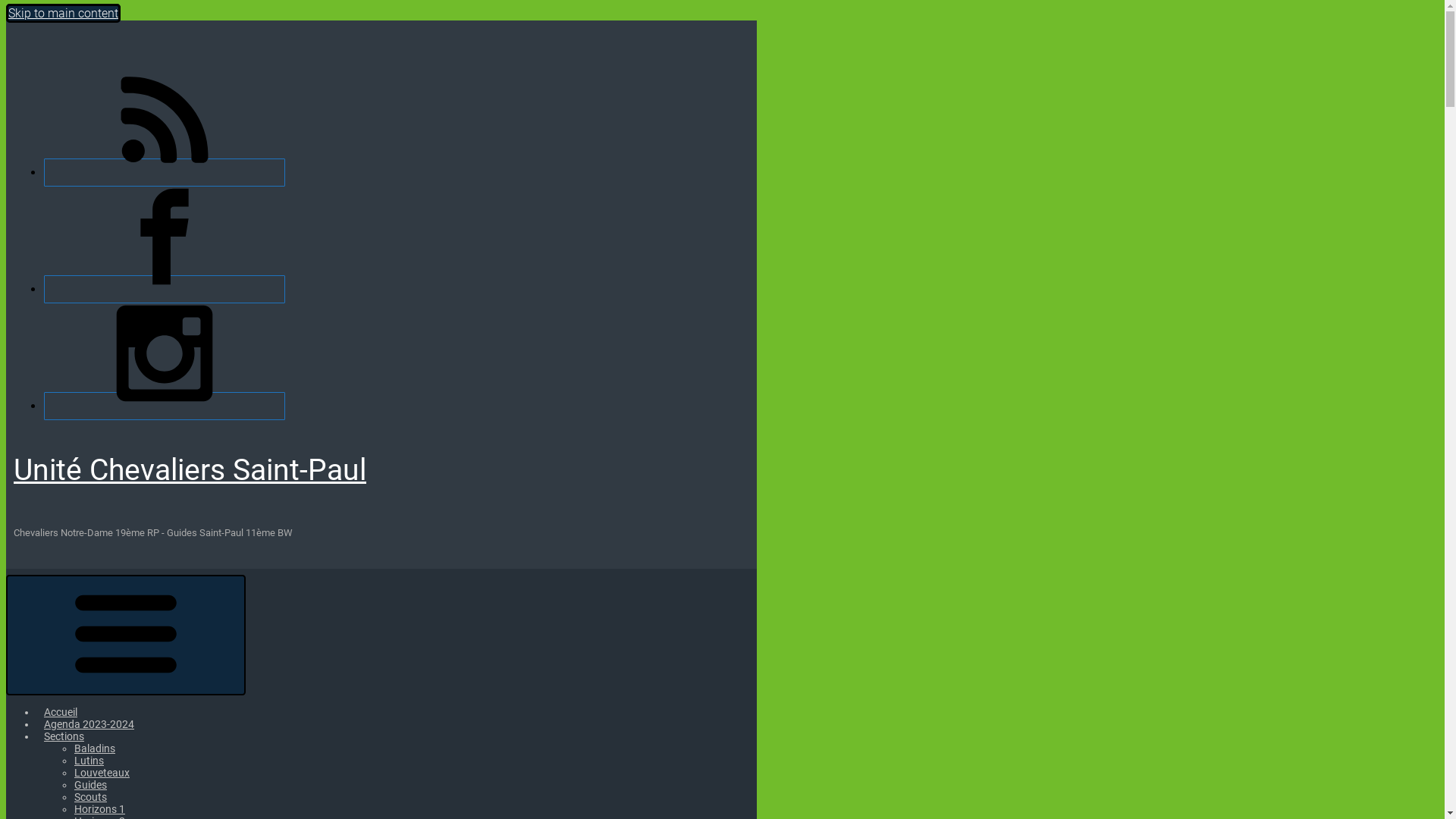 The width and height of the screenshot is (1456, 819). What do you see at coordinates (43, 289) in the screenshot?
I see `'Facebook'` at bounding box center [43, 289].